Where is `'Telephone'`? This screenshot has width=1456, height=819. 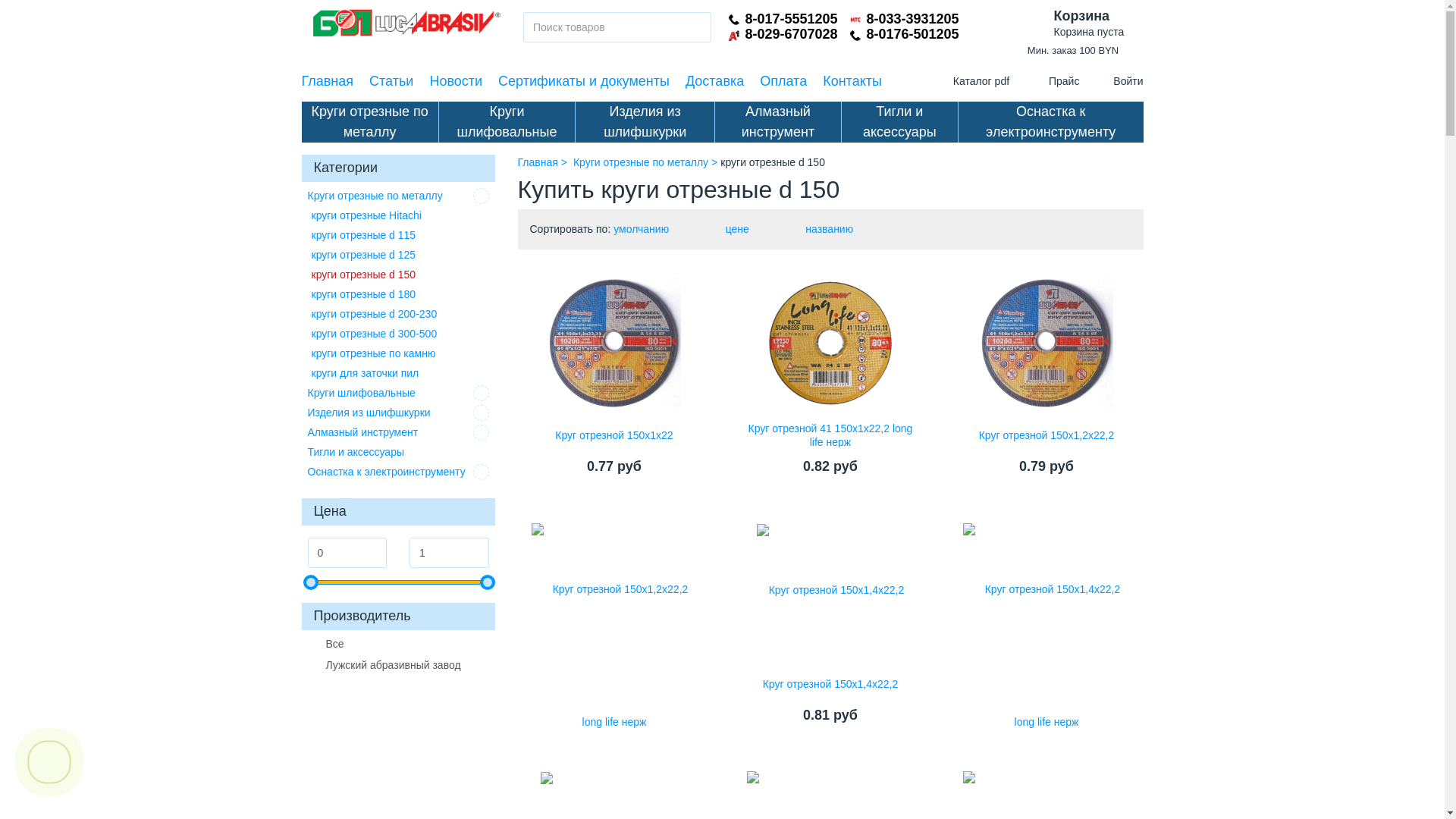 'Telephone' is located at coordinates (726, 20).